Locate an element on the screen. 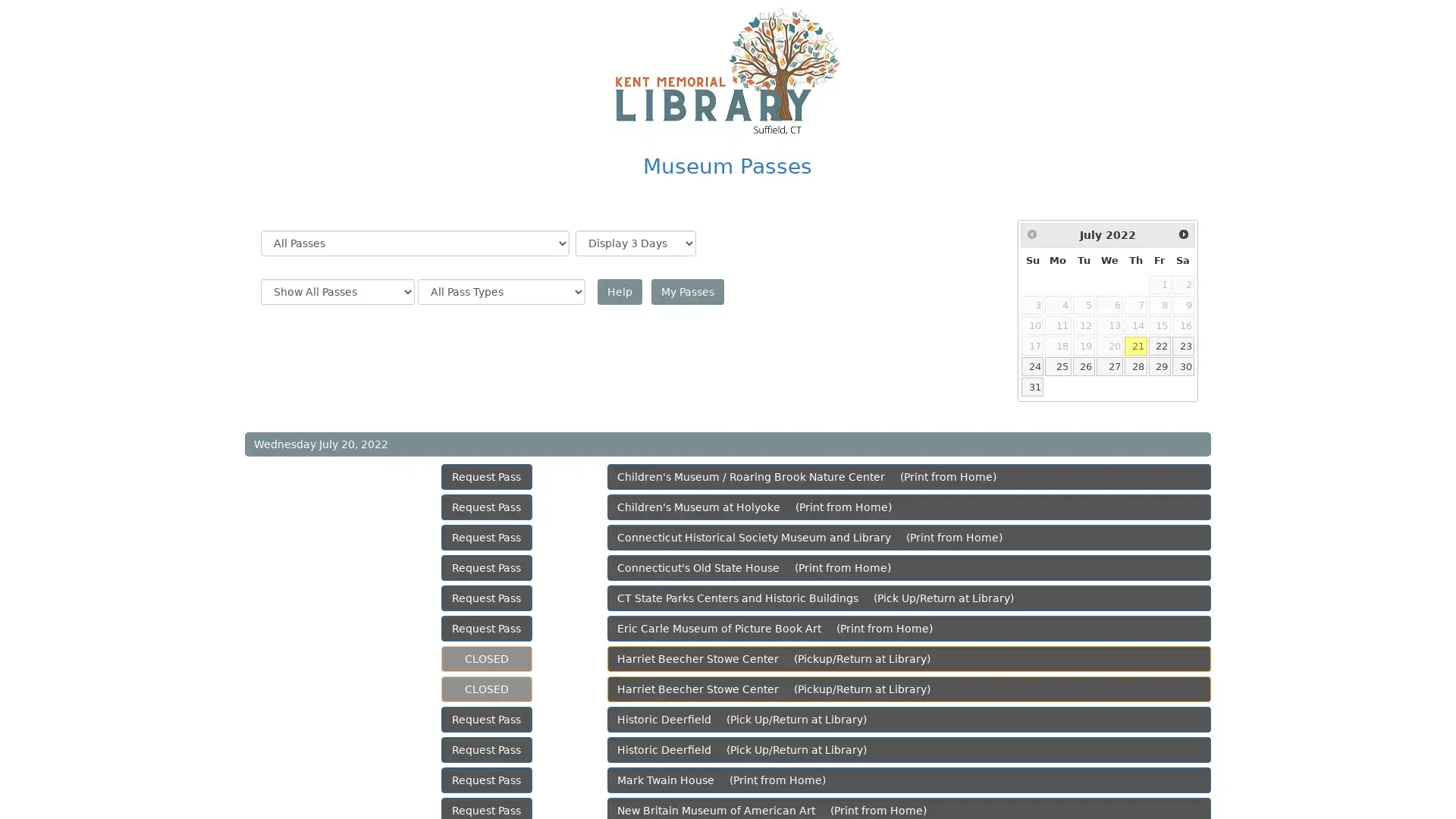 Image resolution: width=1456 pixels, height=819 pixels. Request Pass is located at coordinates (486, 718).